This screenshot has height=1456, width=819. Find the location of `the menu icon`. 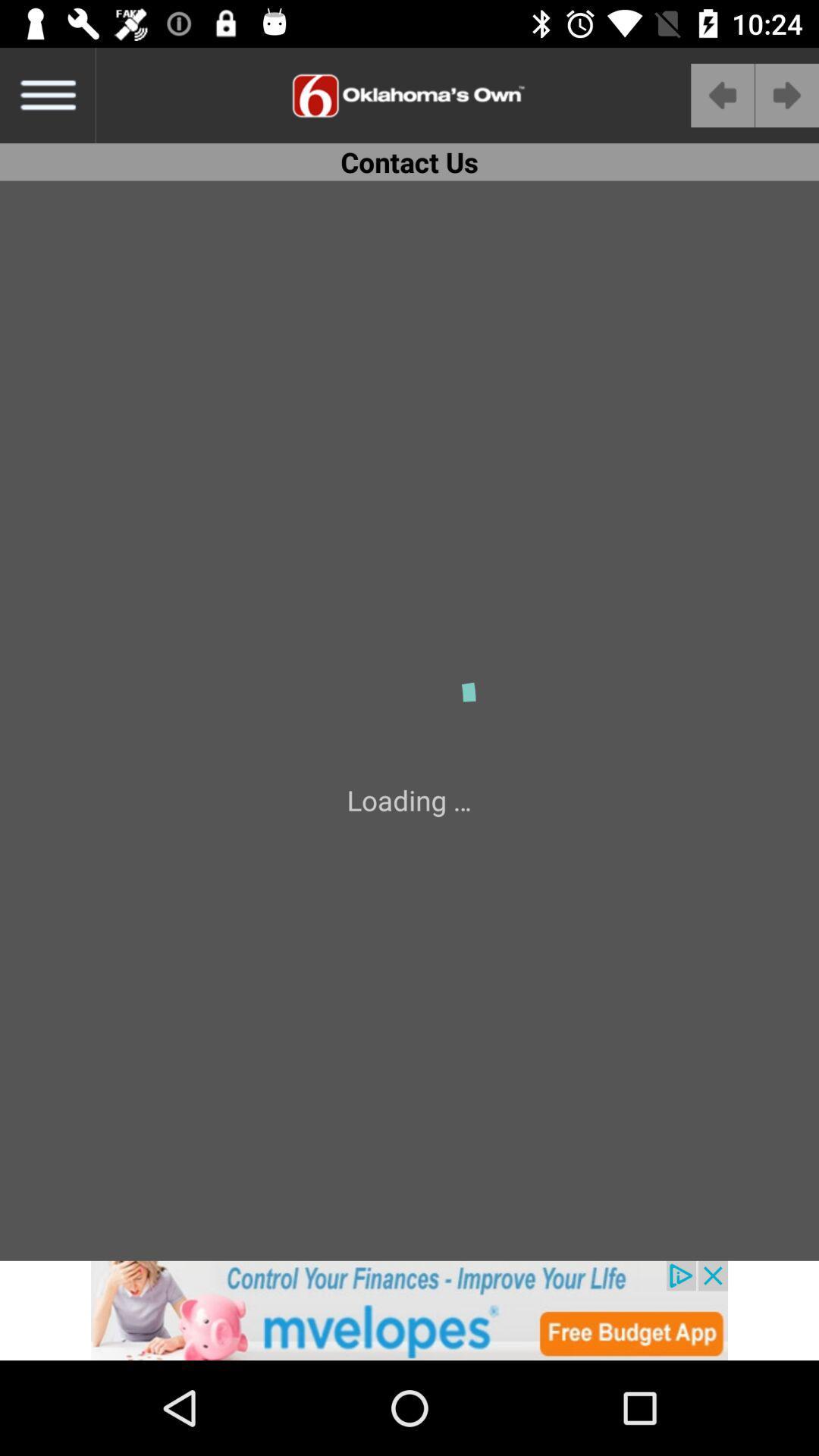

the menu icon is located at coordinates (46, 94).